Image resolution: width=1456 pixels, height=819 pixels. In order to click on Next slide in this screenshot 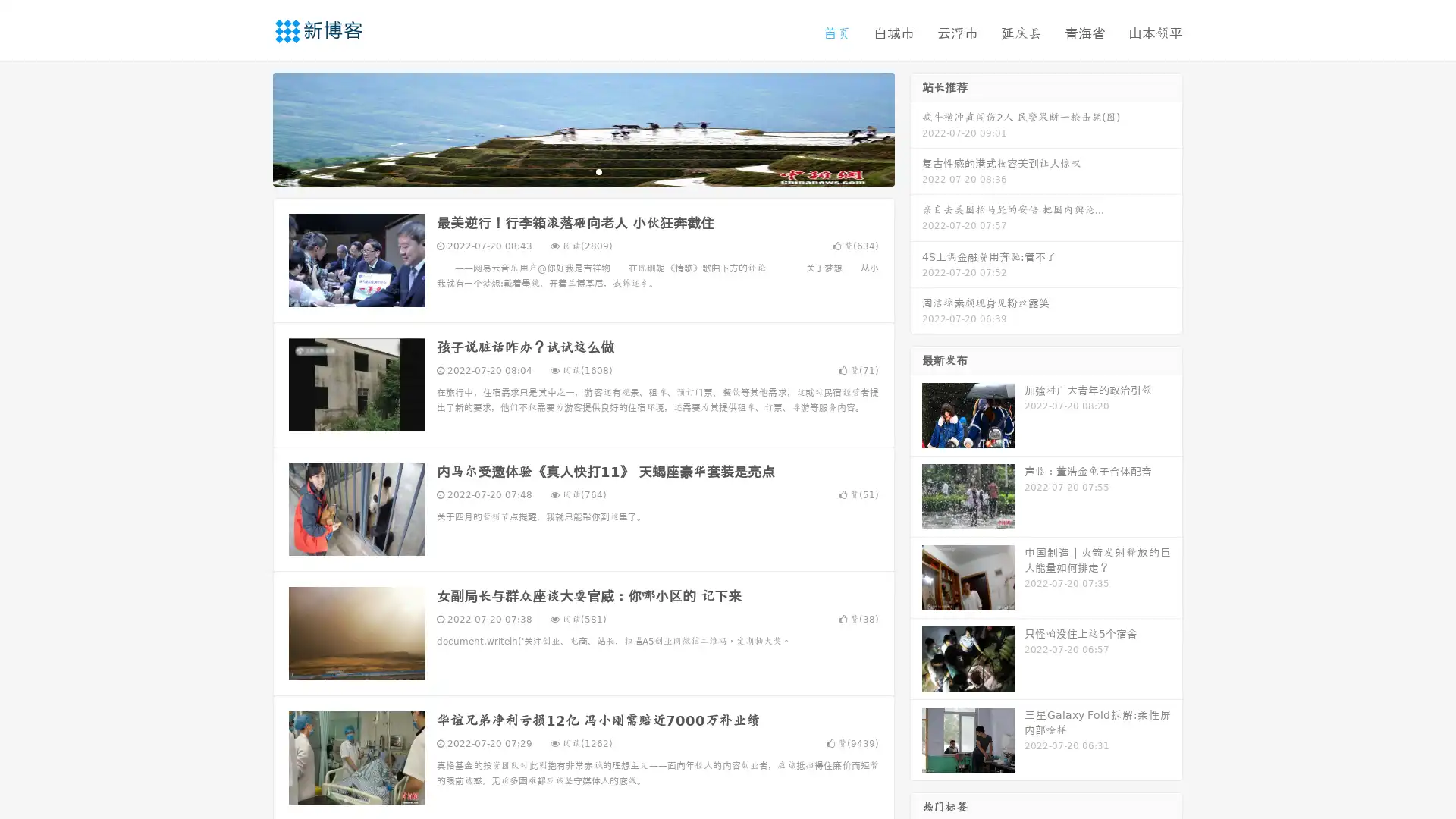, I will do `click(916, 127)`.